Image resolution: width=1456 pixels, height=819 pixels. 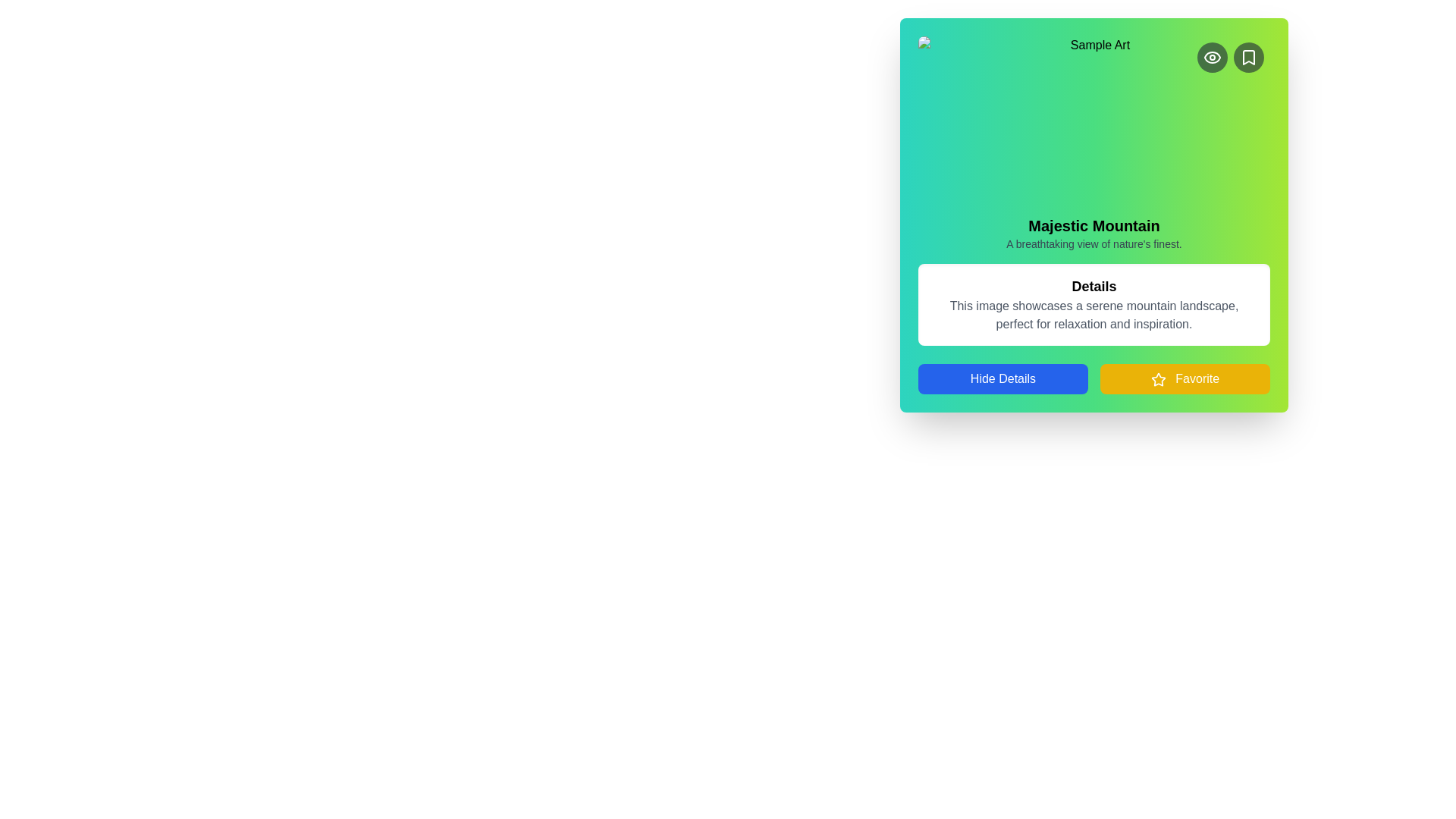 I want to click on the 'Hide Details' button with a blue background and white text to hide the details, so click(x=1003, y=378).